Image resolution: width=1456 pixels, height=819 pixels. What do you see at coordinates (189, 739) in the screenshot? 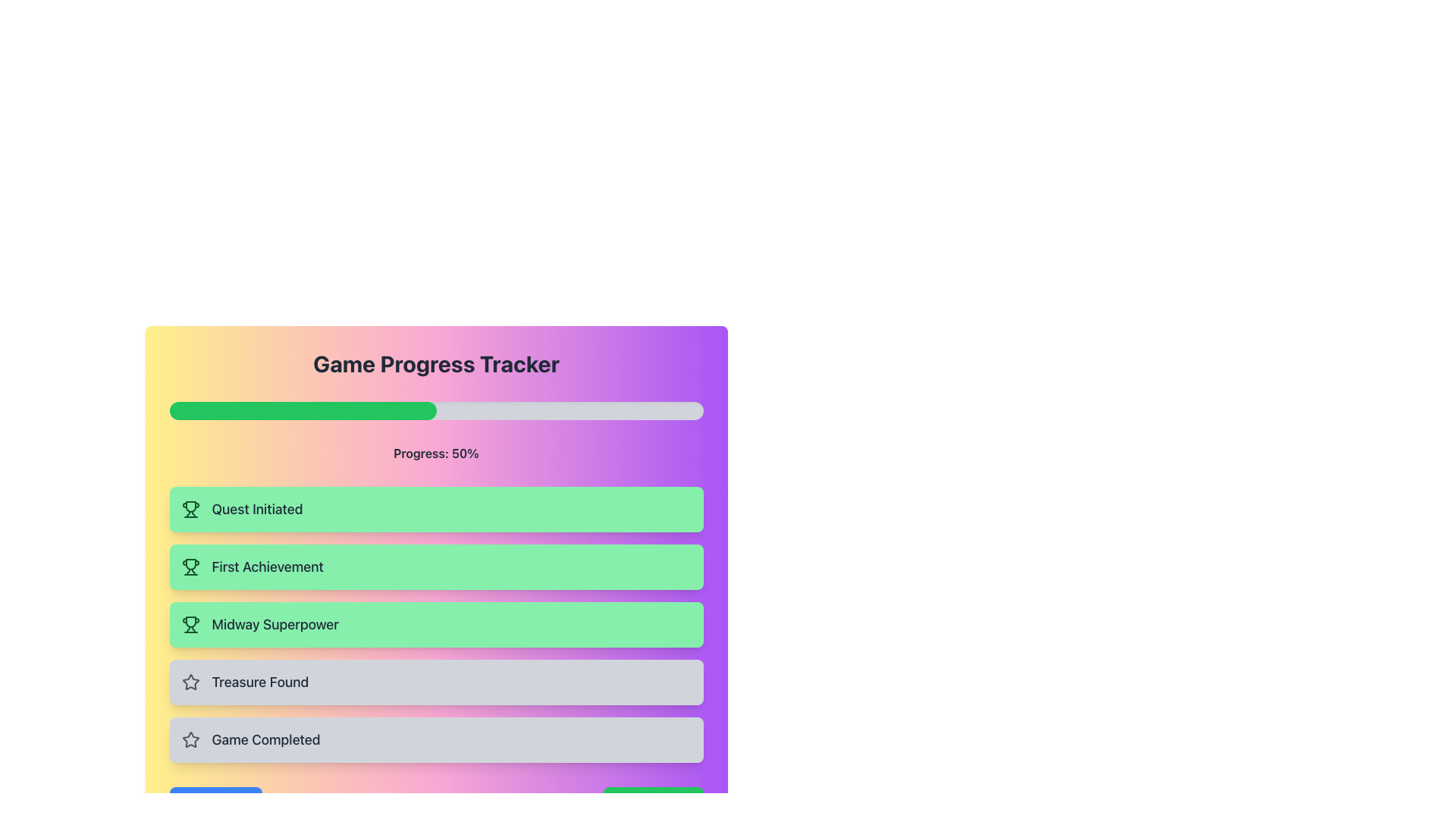
I see `the outlined gray star icon representing the 'Treasure Found' milestone in the fifth row of the progress tracker UI to interact with it` at bounding box center [189, 739].